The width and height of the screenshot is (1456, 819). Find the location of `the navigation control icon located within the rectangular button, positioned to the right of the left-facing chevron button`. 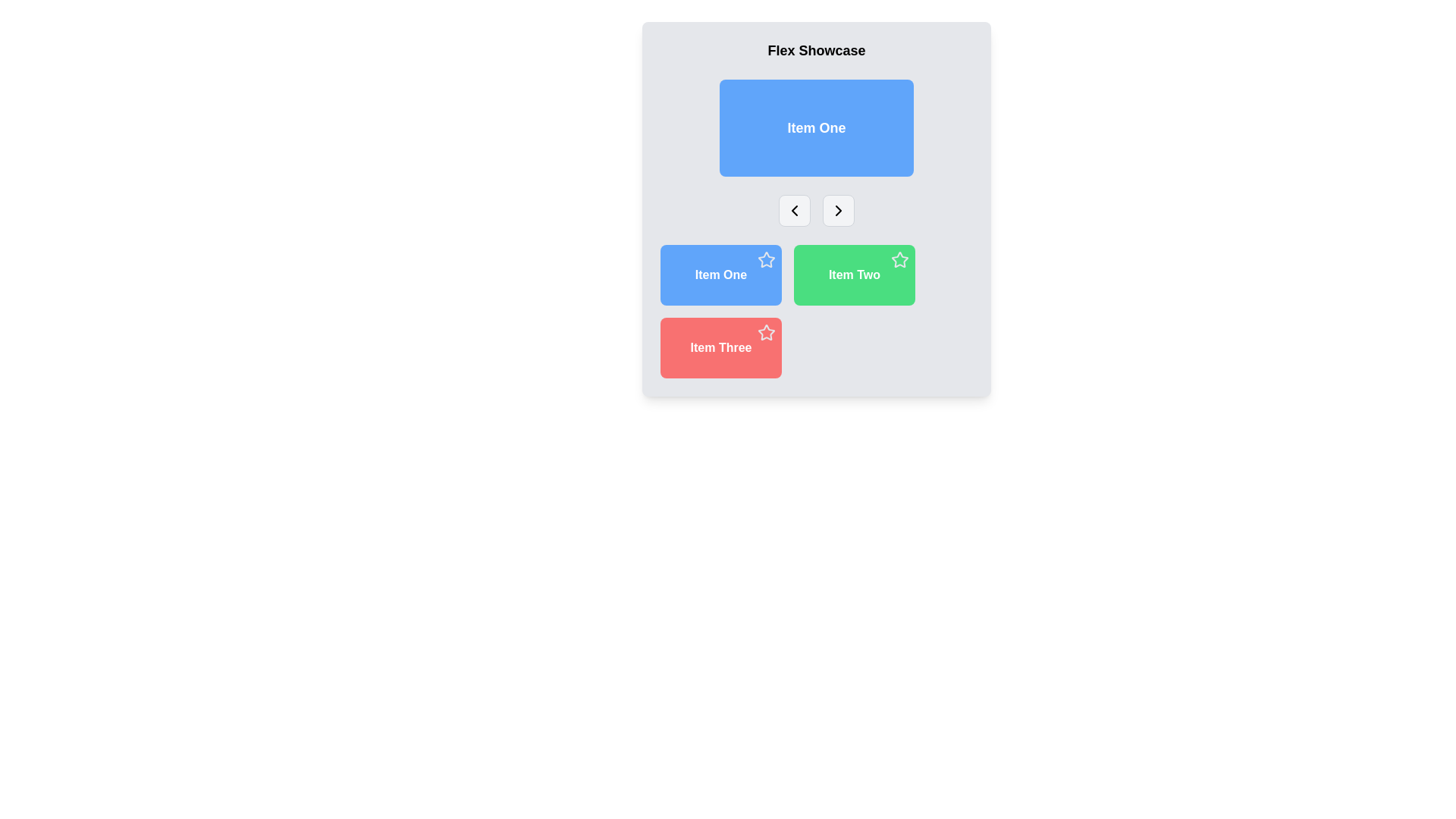

the navigation control icon located within the rectangular button, positioned to the right of the left-facing chevron button is located at coordinates (837, 210).